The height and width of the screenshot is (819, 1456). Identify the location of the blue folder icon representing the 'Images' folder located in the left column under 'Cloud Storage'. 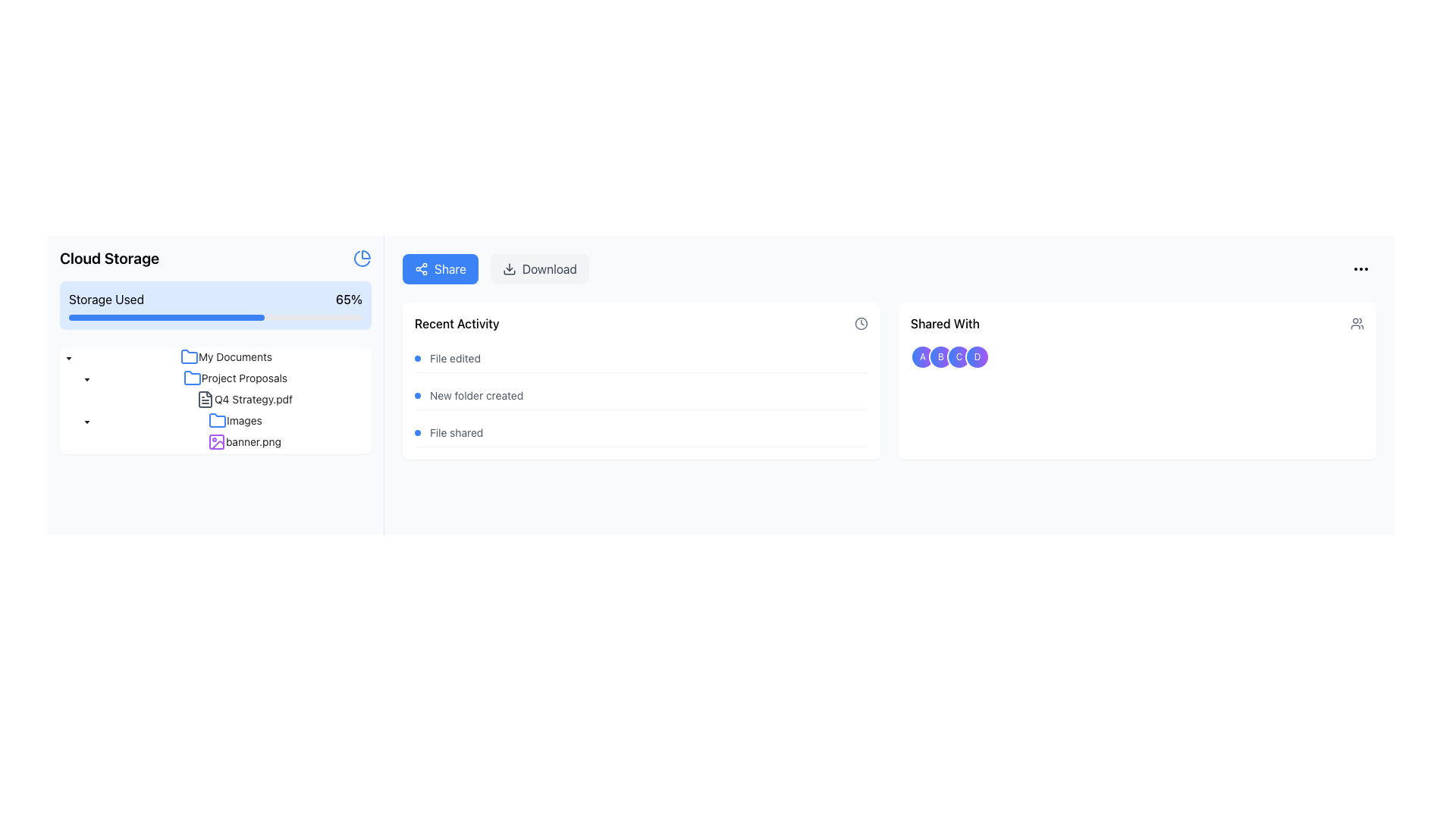
(217, 420).